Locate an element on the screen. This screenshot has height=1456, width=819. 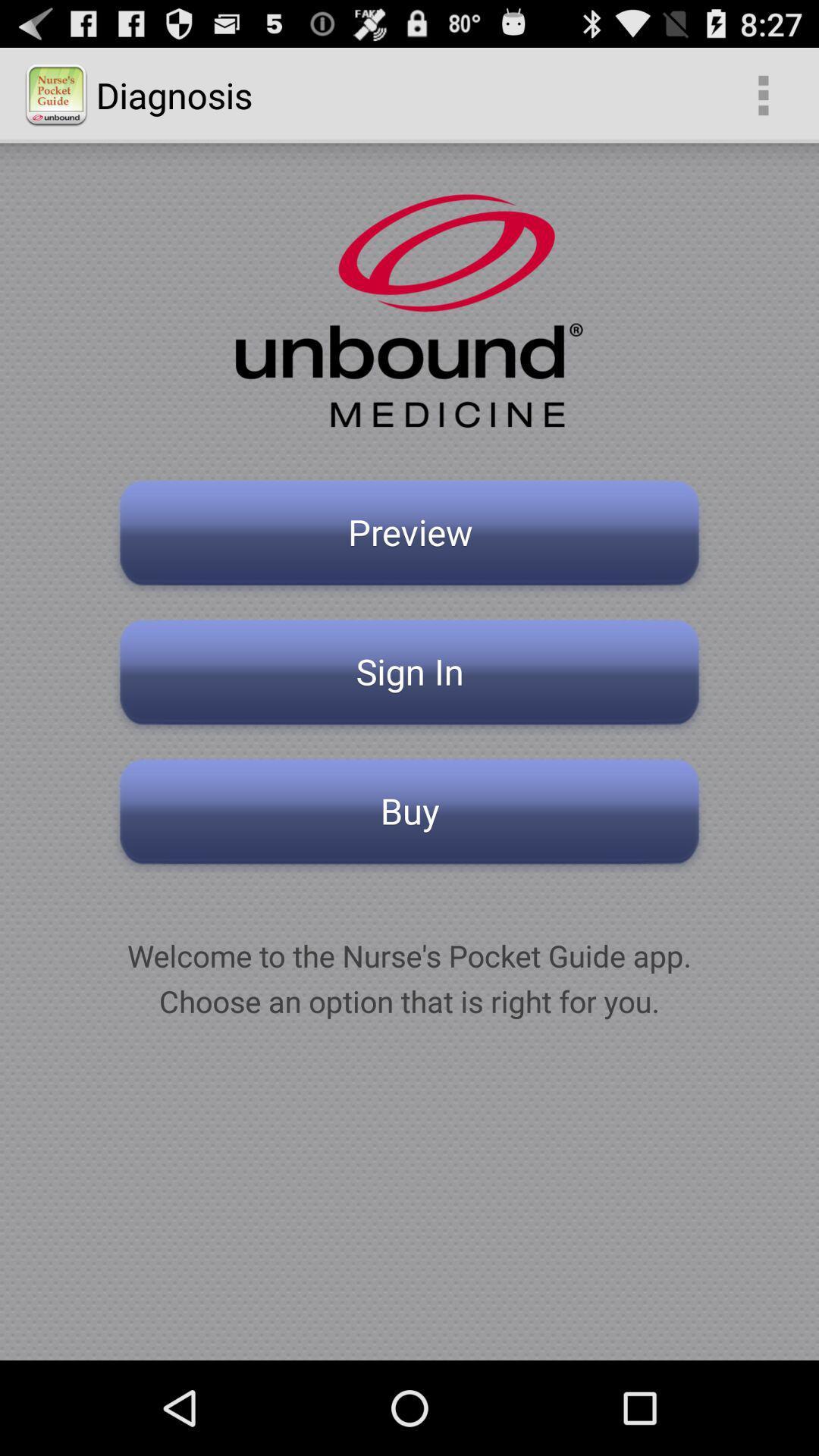
the buy button is located at coordinates (409, 815).